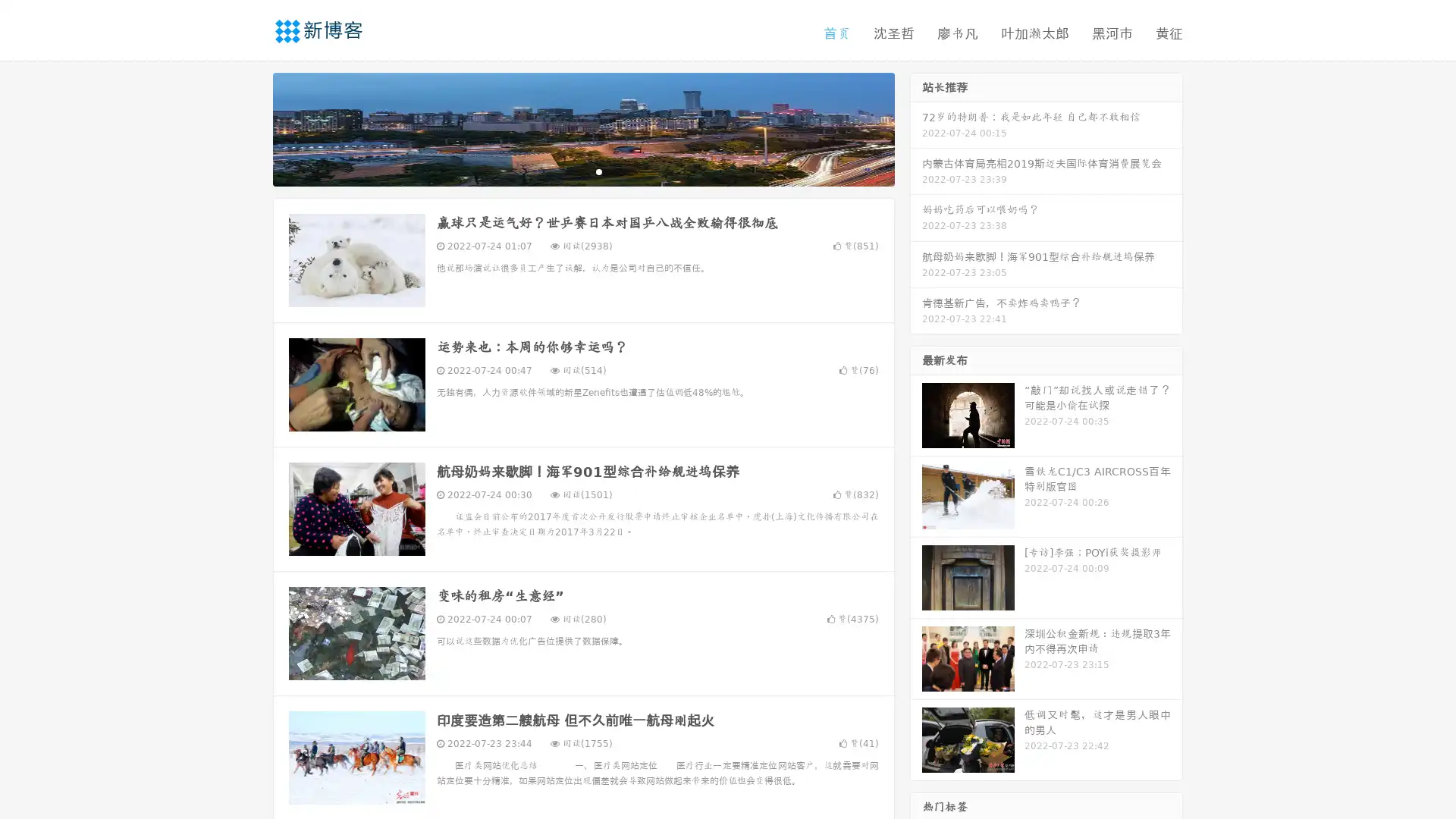  Describe the element at coordinates (582, 171) in the screenshot. I see `Go to slide 2` at that location.